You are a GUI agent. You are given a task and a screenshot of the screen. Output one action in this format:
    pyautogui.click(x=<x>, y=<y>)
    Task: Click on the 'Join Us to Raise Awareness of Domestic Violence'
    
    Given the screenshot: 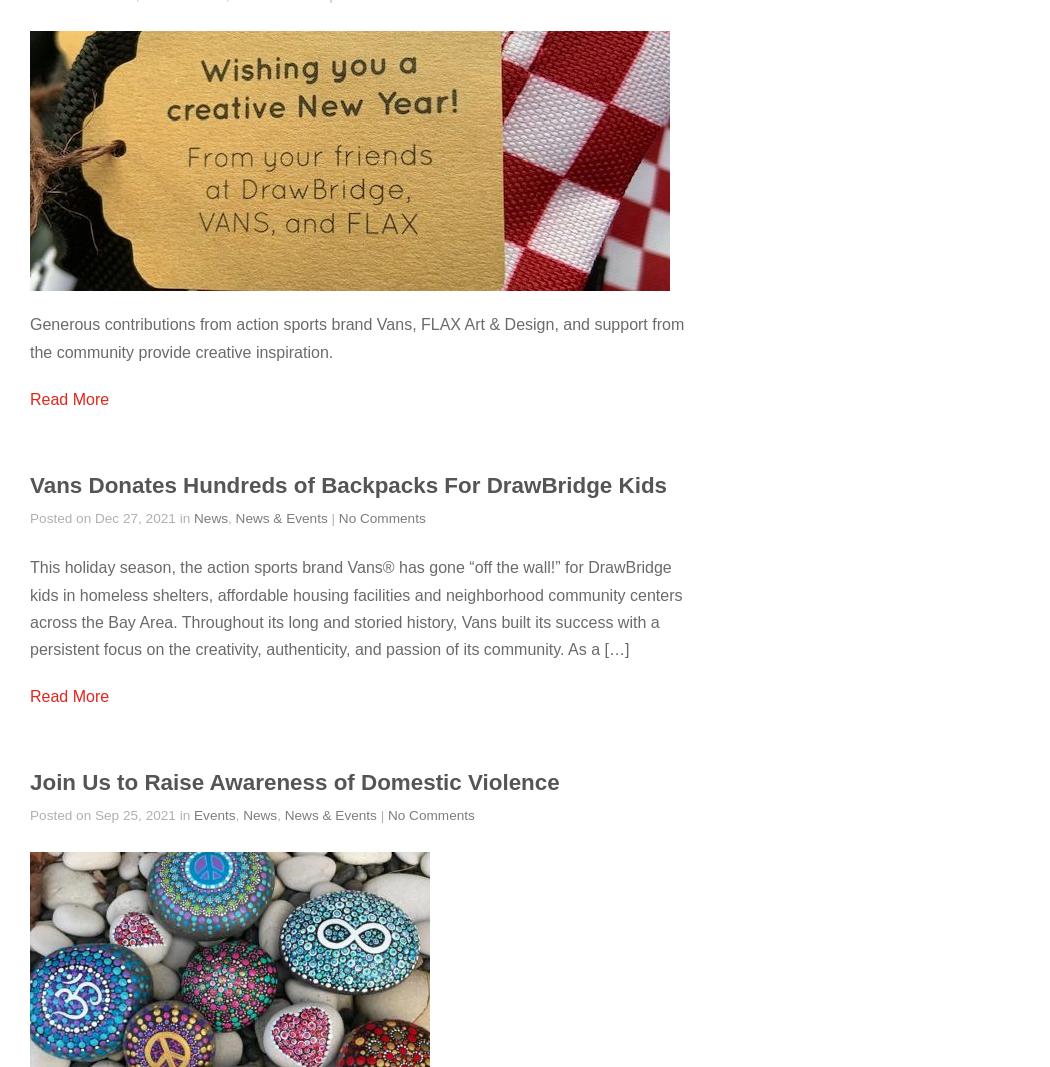 What is the action you would take?
    pyautogui.click(x=30, y=781)
    